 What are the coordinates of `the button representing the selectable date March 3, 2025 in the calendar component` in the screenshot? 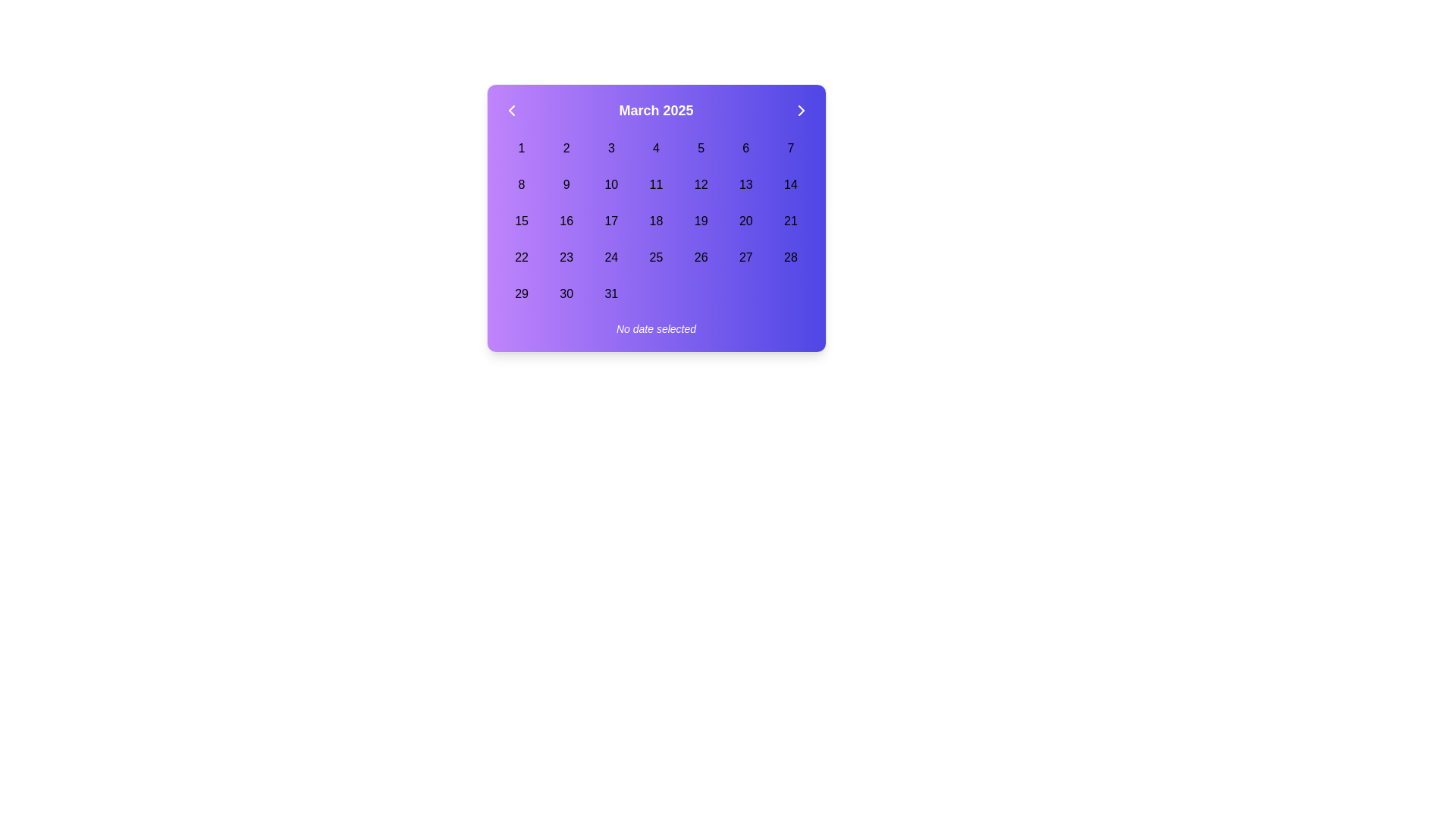 It's located at (611, 149).